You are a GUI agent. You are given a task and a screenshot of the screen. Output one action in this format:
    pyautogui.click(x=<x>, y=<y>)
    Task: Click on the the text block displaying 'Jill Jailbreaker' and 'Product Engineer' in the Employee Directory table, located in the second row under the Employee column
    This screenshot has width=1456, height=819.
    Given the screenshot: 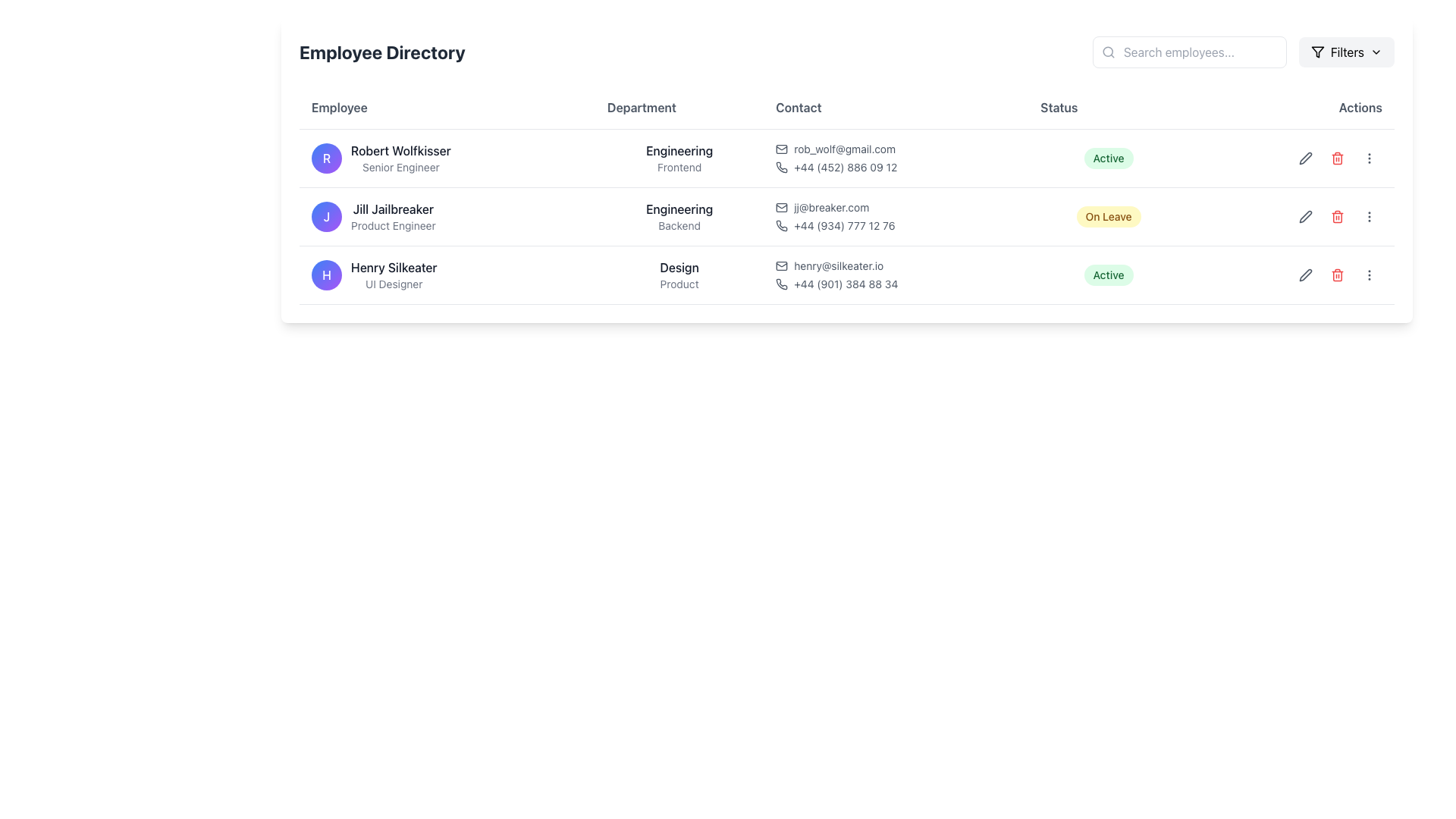 What is the action you would take?
    pyautogui.click(x=393, y=216)
    